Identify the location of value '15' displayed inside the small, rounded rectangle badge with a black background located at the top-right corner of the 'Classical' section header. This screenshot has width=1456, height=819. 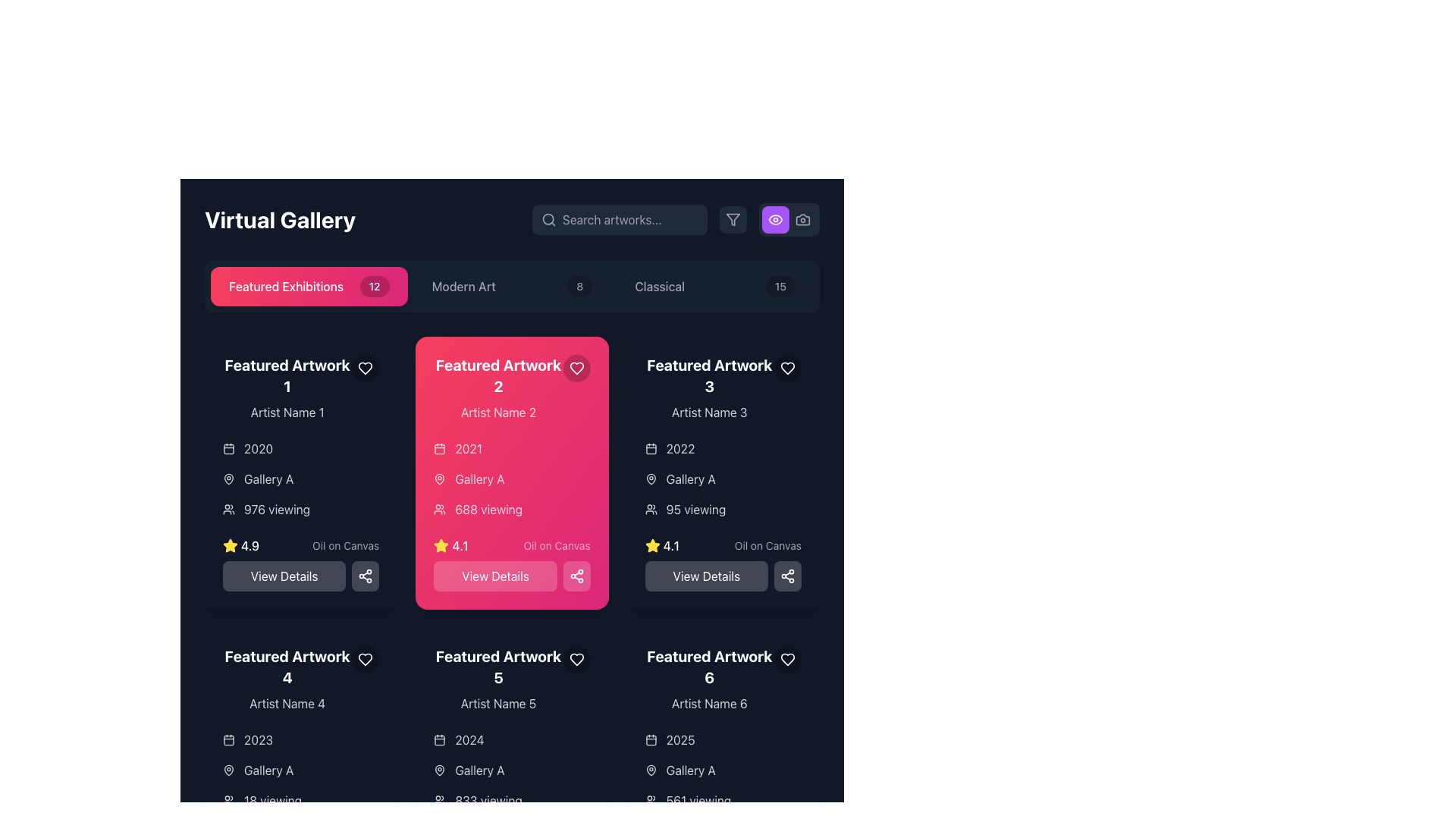
(780, 287).